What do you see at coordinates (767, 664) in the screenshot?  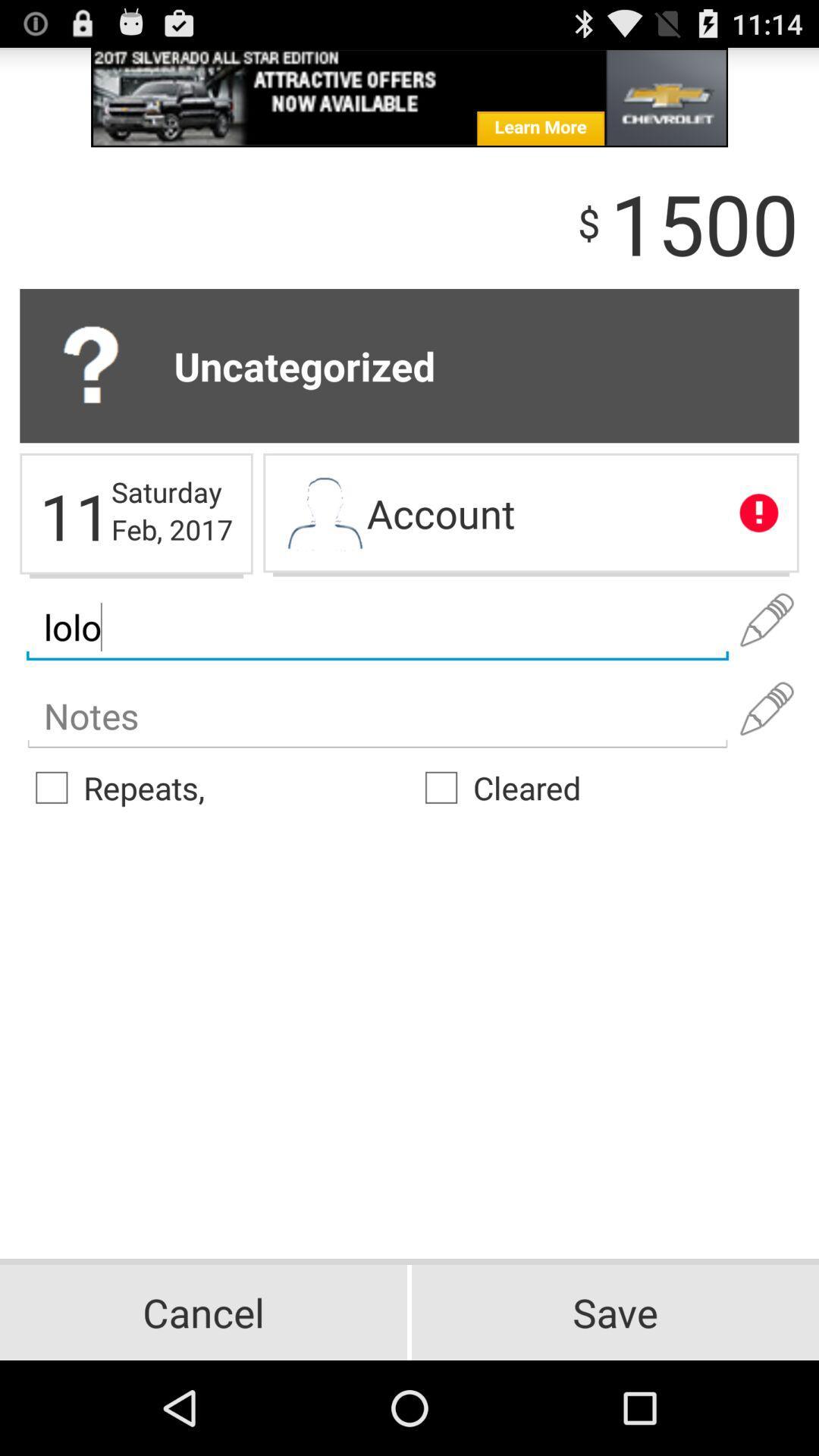 I see `the edit icon` at bounding box center [767, 664].